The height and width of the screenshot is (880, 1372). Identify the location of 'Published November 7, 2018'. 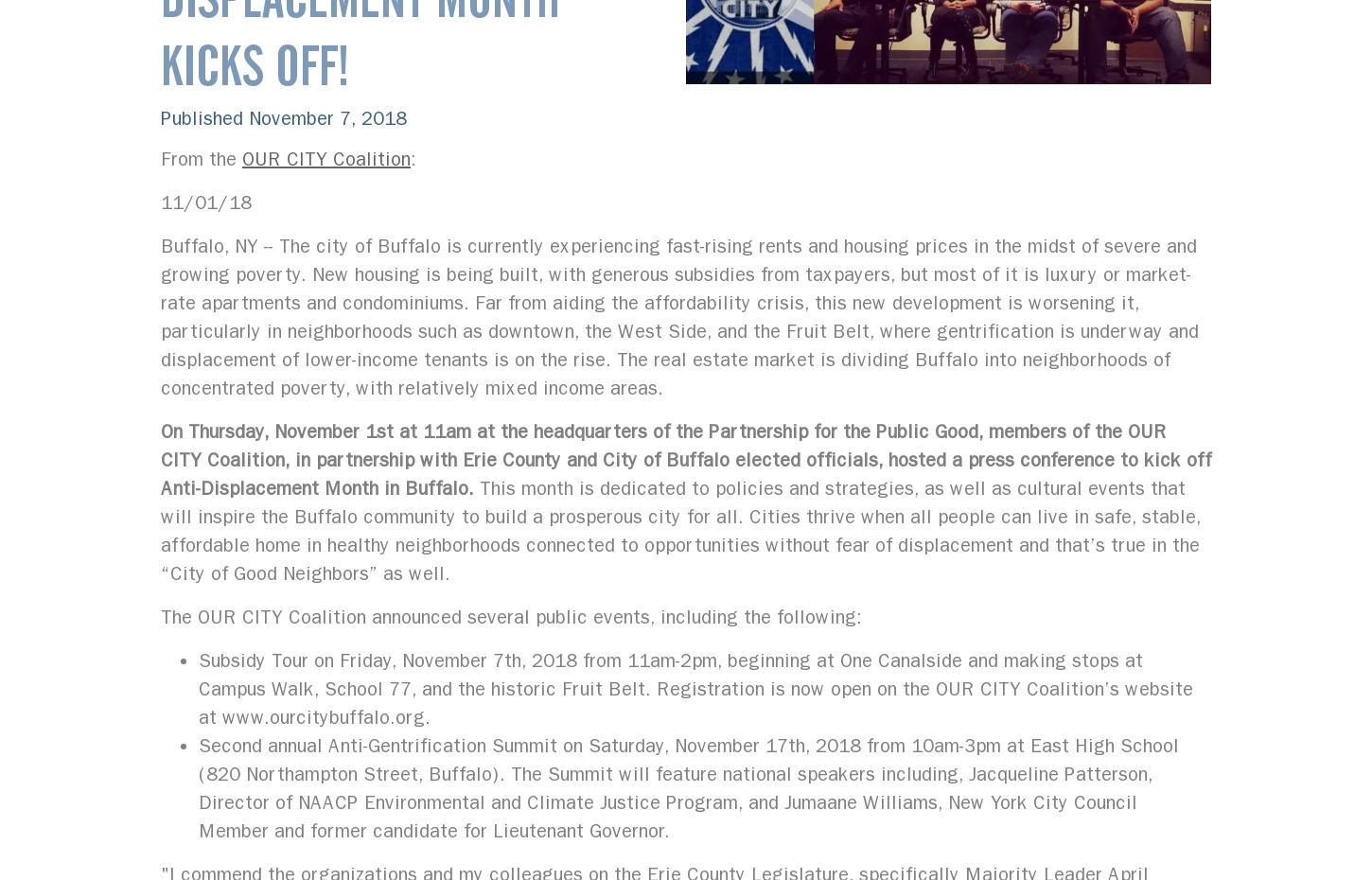
(284, 118).